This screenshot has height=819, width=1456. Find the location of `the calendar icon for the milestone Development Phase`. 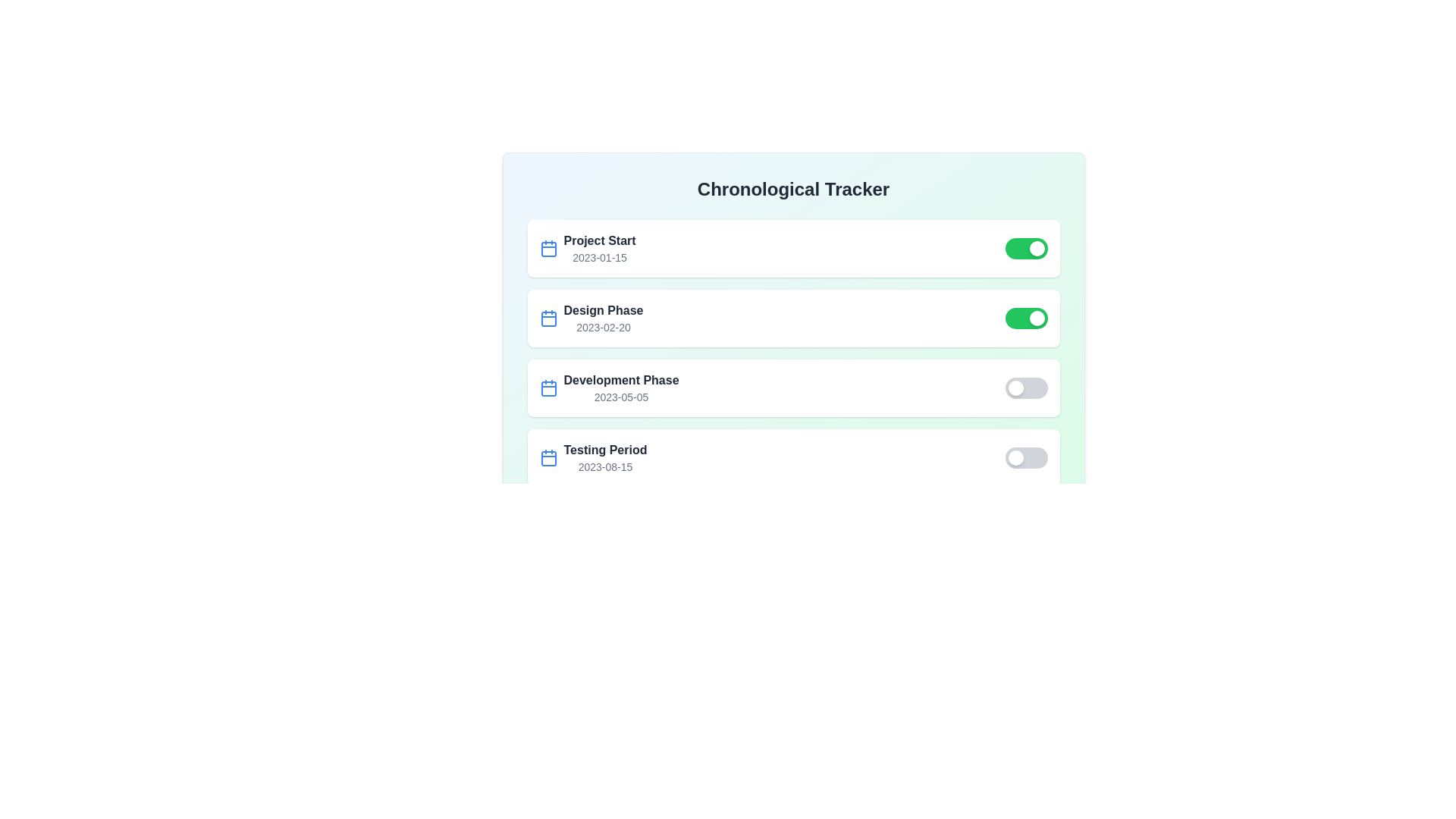

the calendar icon for the milestone Development Phase is located at coordinates (548, 388).